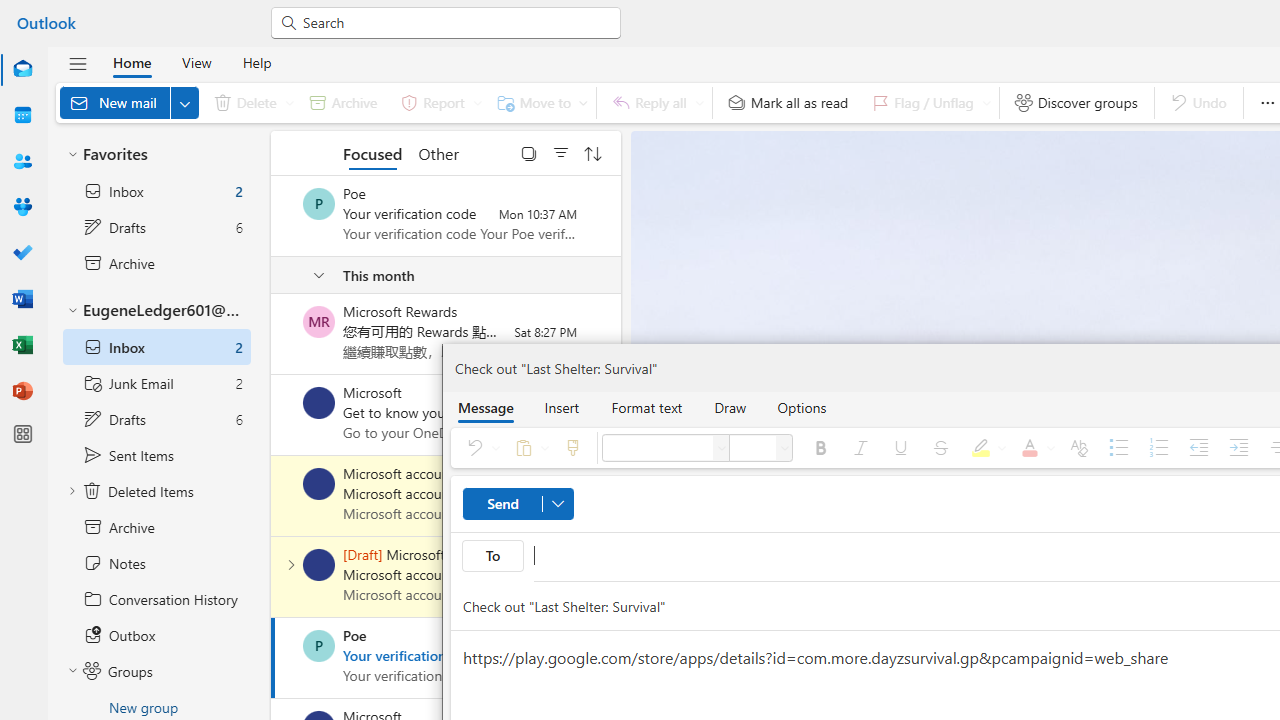 Image resolution: width=1280 pixels, height=720 pixels. What do you see at coordinates (196, 61) in the screenshot?
I see `'View'` at bounding box center [196, 61].